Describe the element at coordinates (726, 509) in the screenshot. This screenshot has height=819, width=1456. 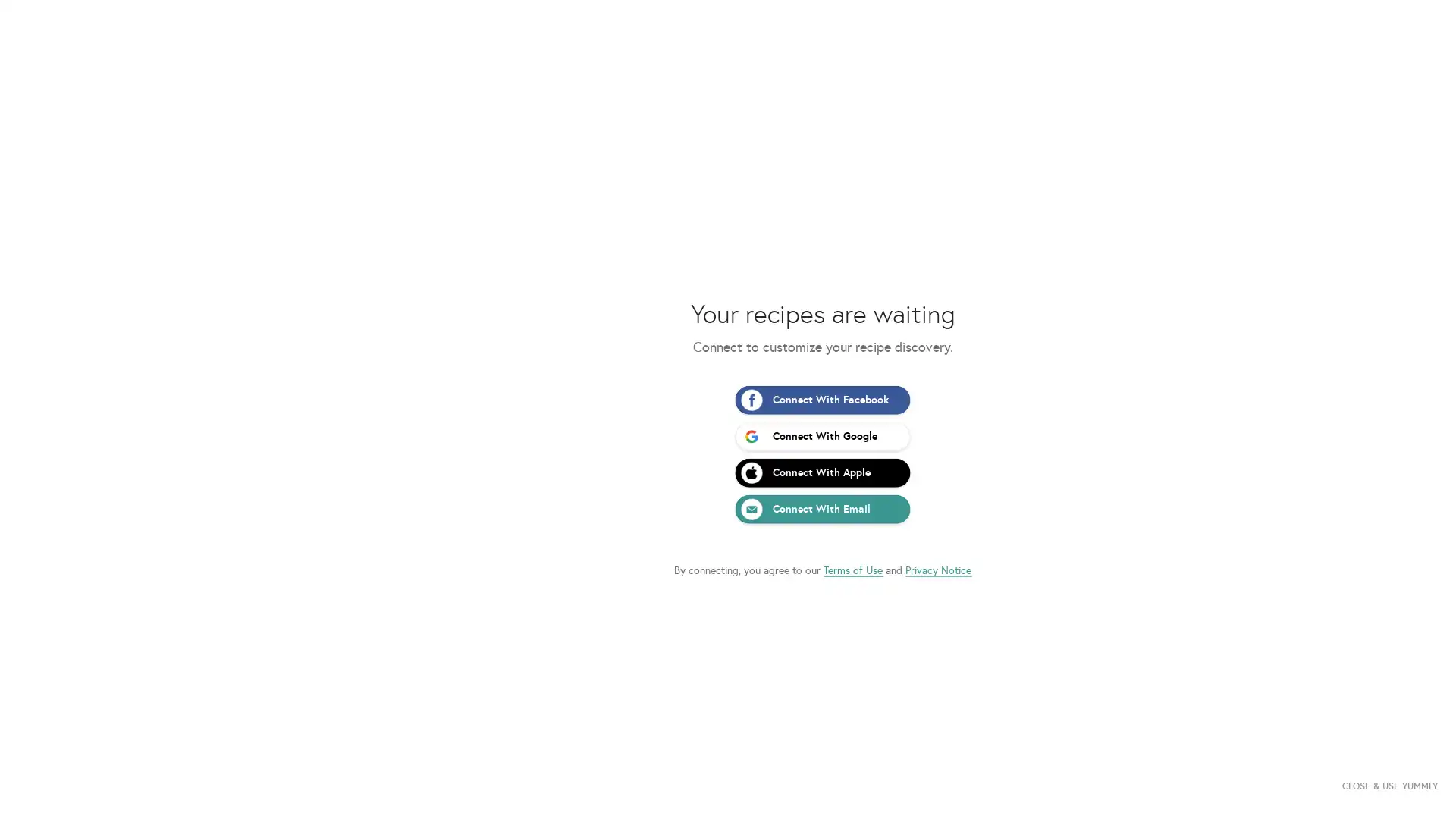
I see `Connect with Email` at that location.